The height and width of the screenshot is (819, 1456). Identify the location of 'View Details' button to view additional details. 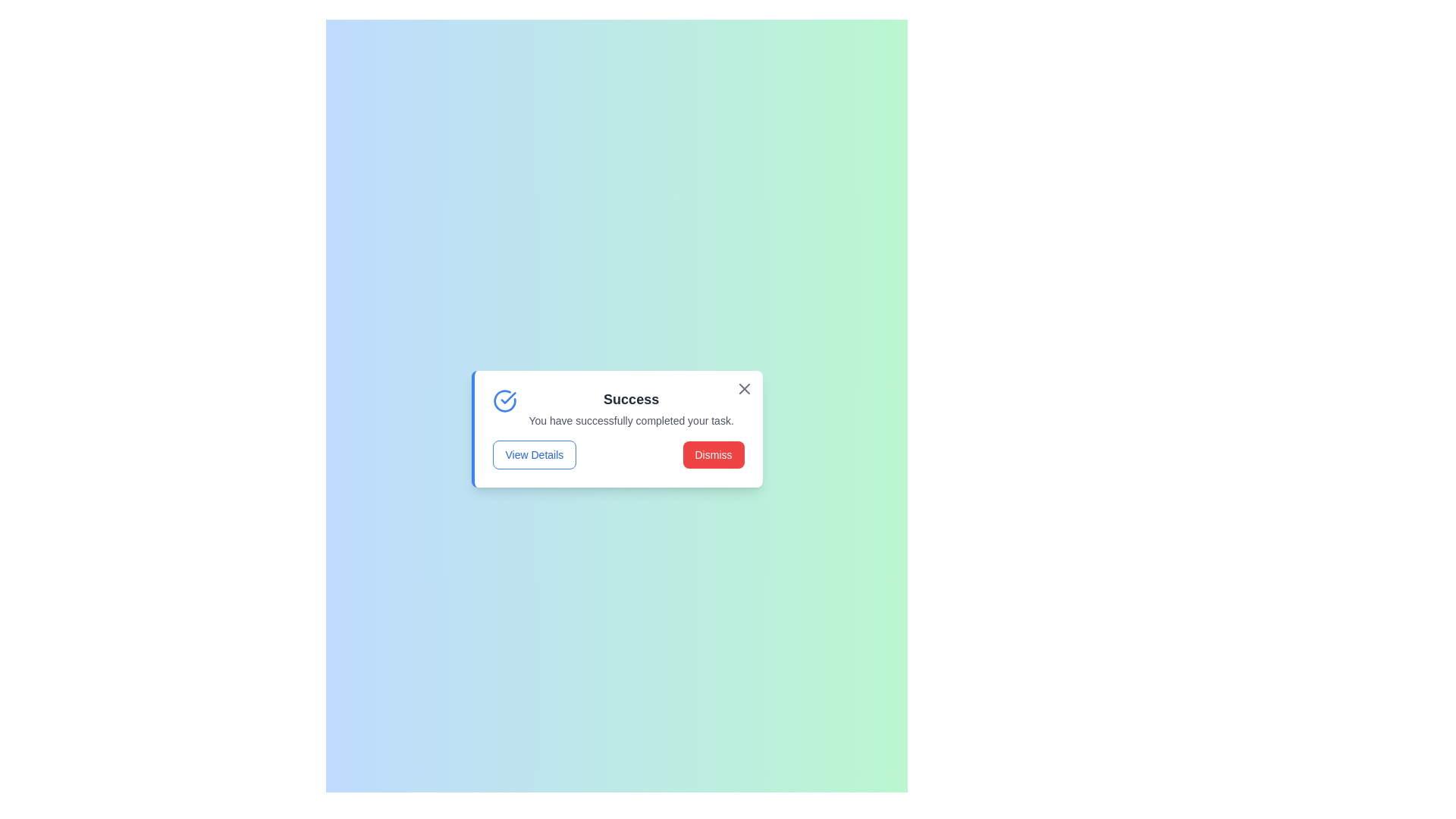
(534, 454).